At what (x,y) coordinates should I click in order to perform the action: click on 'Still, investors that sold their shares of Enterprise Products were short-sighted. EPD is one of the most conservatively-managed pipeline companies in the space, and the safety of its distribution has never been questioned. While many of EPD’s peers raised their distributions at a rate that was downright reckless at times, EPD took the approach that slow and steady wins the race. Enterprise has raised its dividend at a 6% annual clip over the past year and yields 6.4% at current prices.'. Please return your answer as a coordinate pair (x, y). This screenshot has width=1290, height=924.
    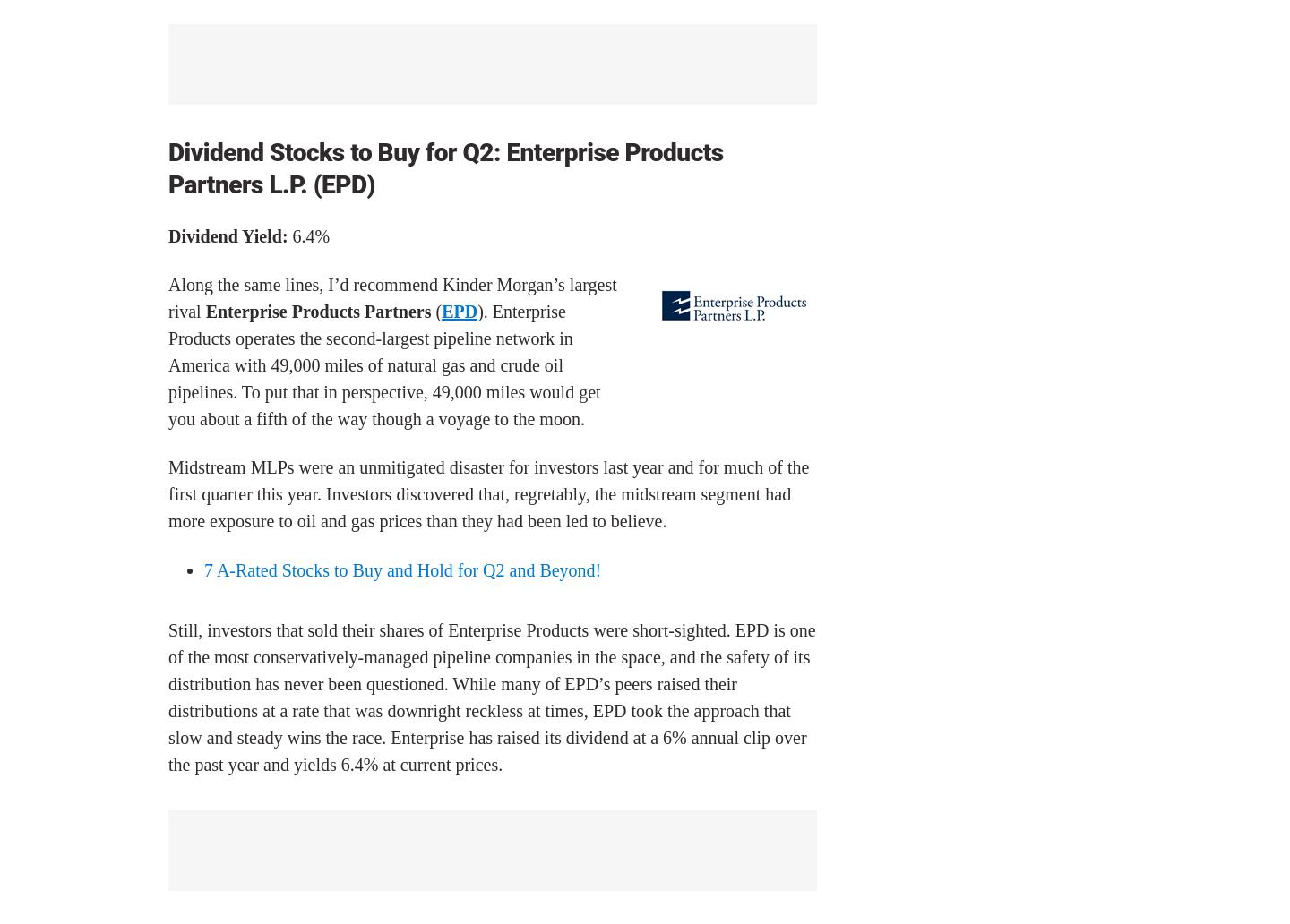
    Looking at the image, I should click on (491, 697).